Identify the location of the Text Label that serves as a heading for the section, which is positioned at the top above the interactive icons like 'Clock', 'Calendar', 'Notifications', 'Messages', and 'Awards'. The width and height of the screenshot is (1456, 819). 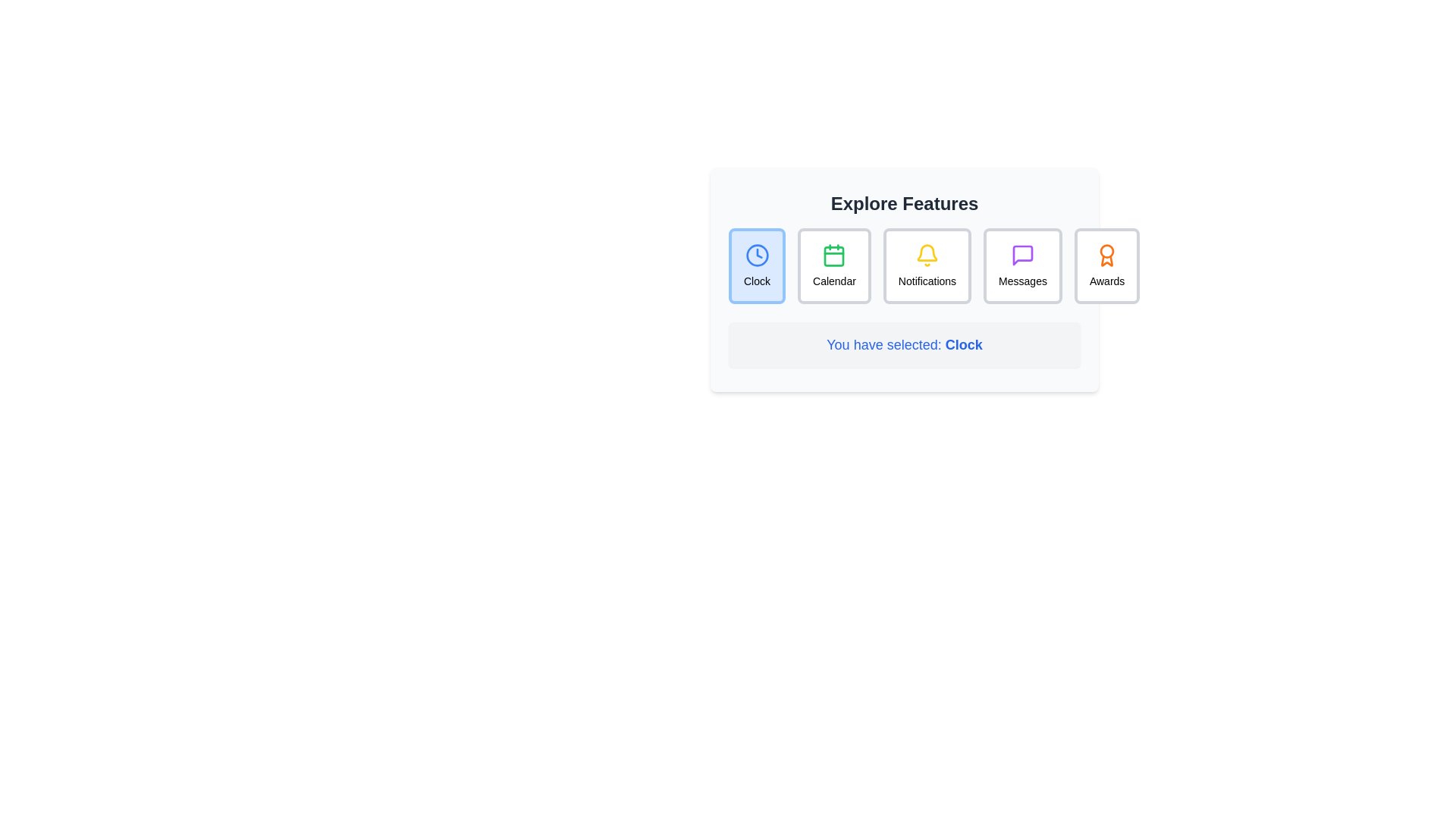
(905, 203).